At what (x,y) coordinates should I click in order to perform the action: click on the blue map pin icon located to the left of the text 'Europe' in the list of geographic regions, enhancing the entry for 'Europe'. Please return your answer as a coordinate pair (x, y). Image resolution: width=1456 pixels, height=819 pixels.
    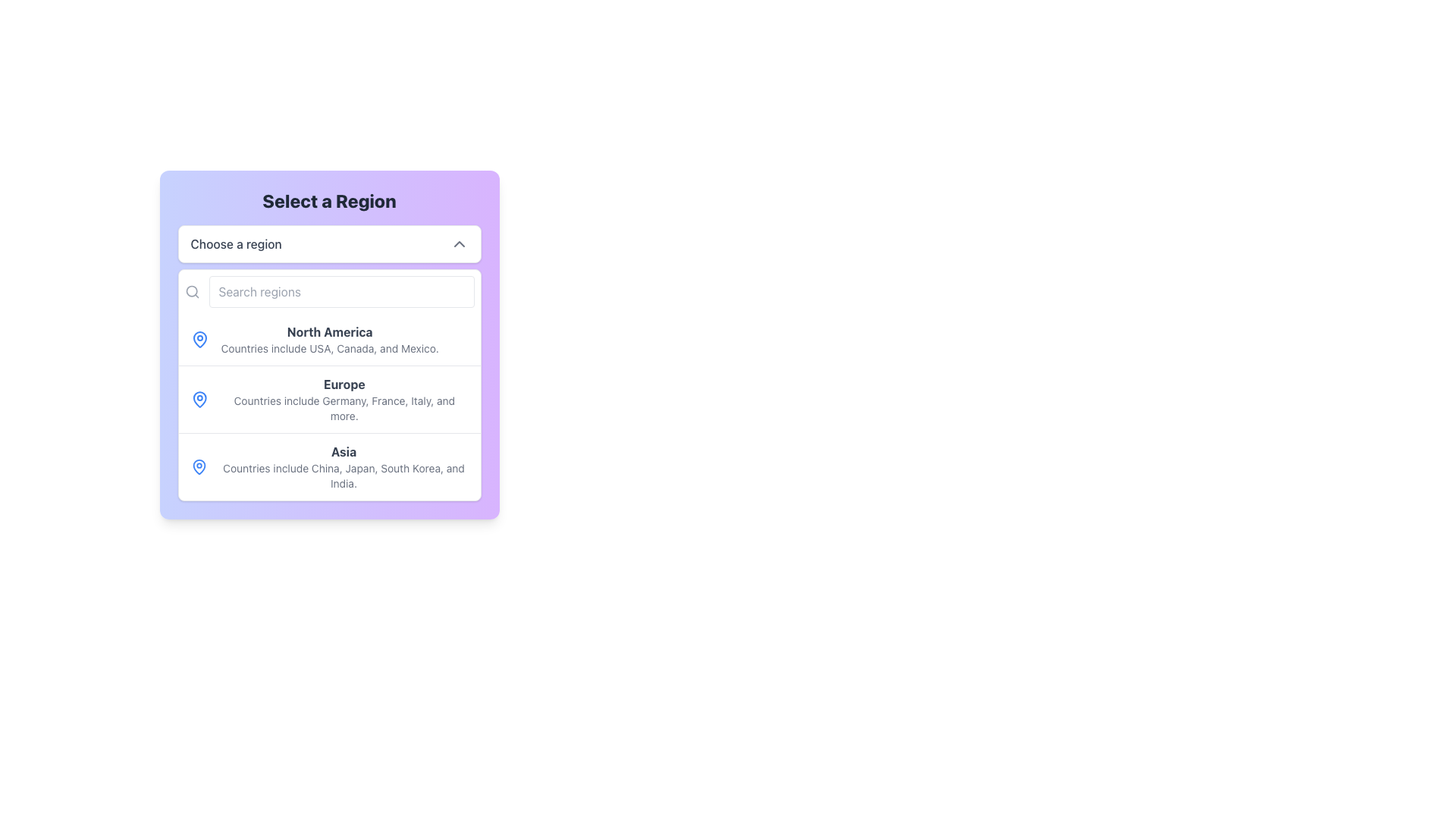
    Looking at the image, I should click on (199, 399).